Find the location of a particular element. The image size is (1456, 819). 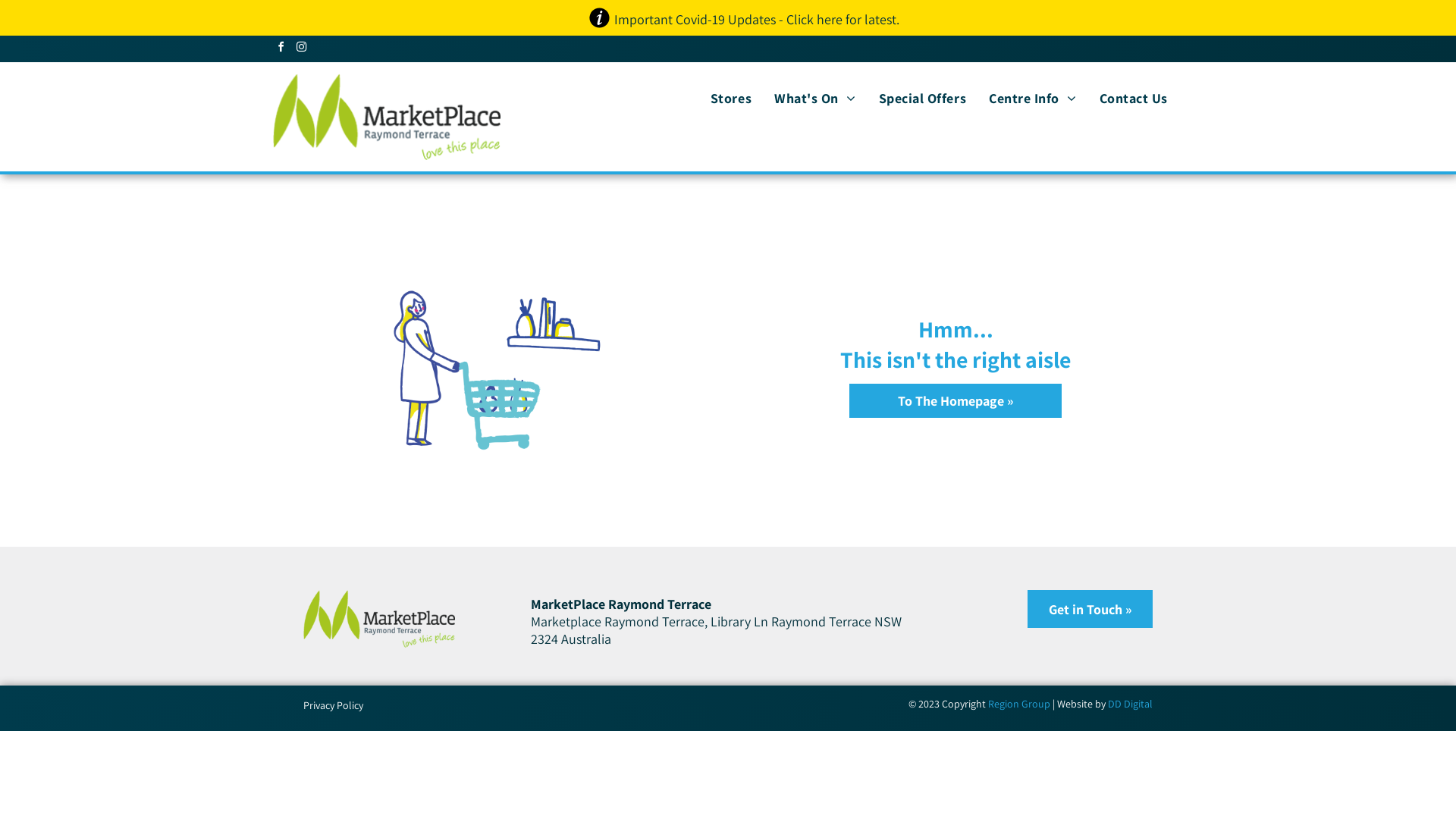

'Click here for latest' is located at coordinates (786, 19).